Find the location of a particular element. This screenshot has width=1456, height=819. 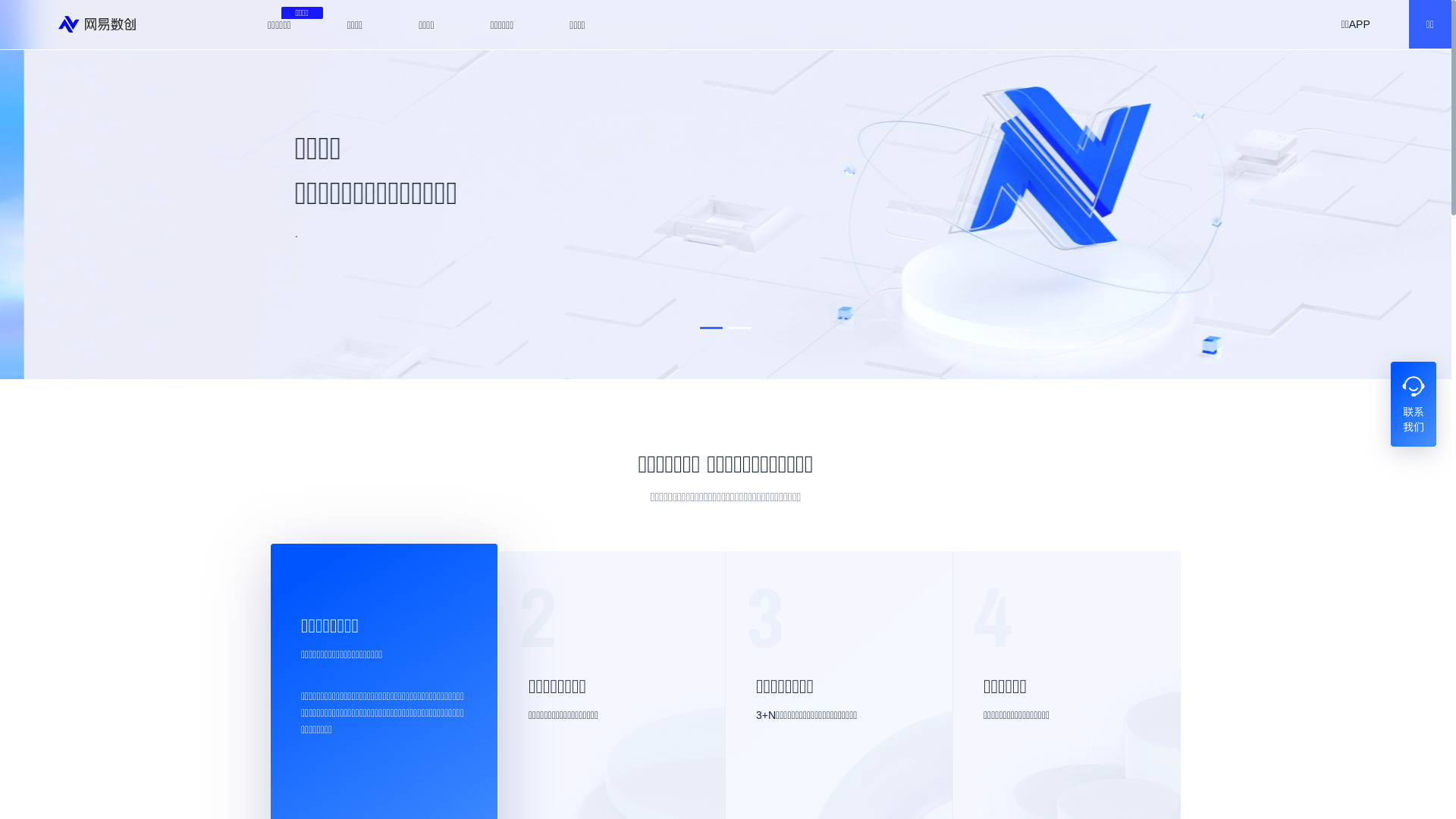

'2' is located at coordinates (728, 327).